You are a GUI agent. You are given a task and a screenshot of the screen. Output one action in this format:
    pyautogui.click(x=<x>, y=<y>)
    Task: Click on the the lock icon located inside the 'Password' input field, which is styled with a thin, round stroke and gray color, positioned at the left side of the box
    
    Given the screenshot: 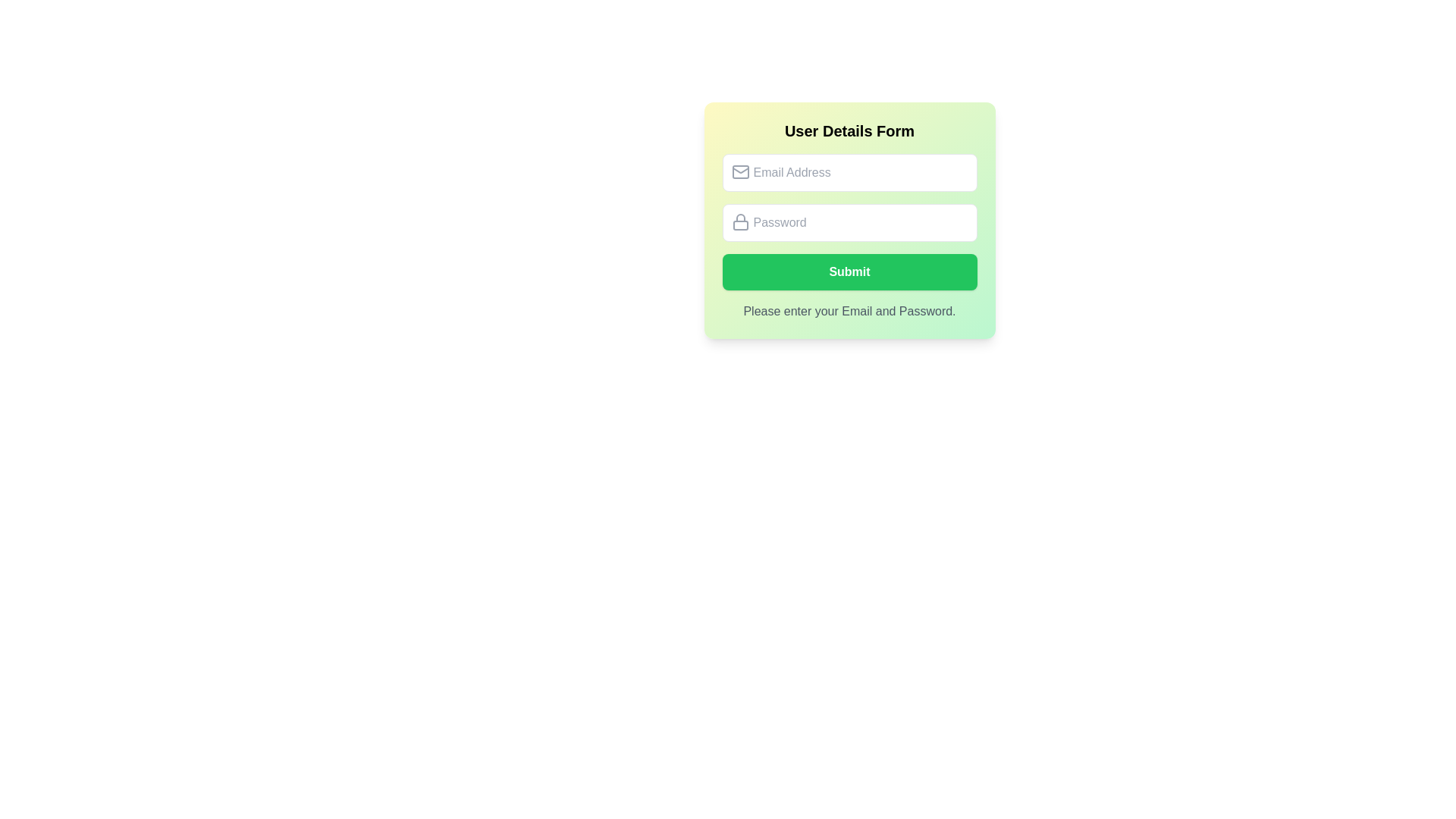 What is the action you would take?
    pyautogui.click(x=740, y=222)
    